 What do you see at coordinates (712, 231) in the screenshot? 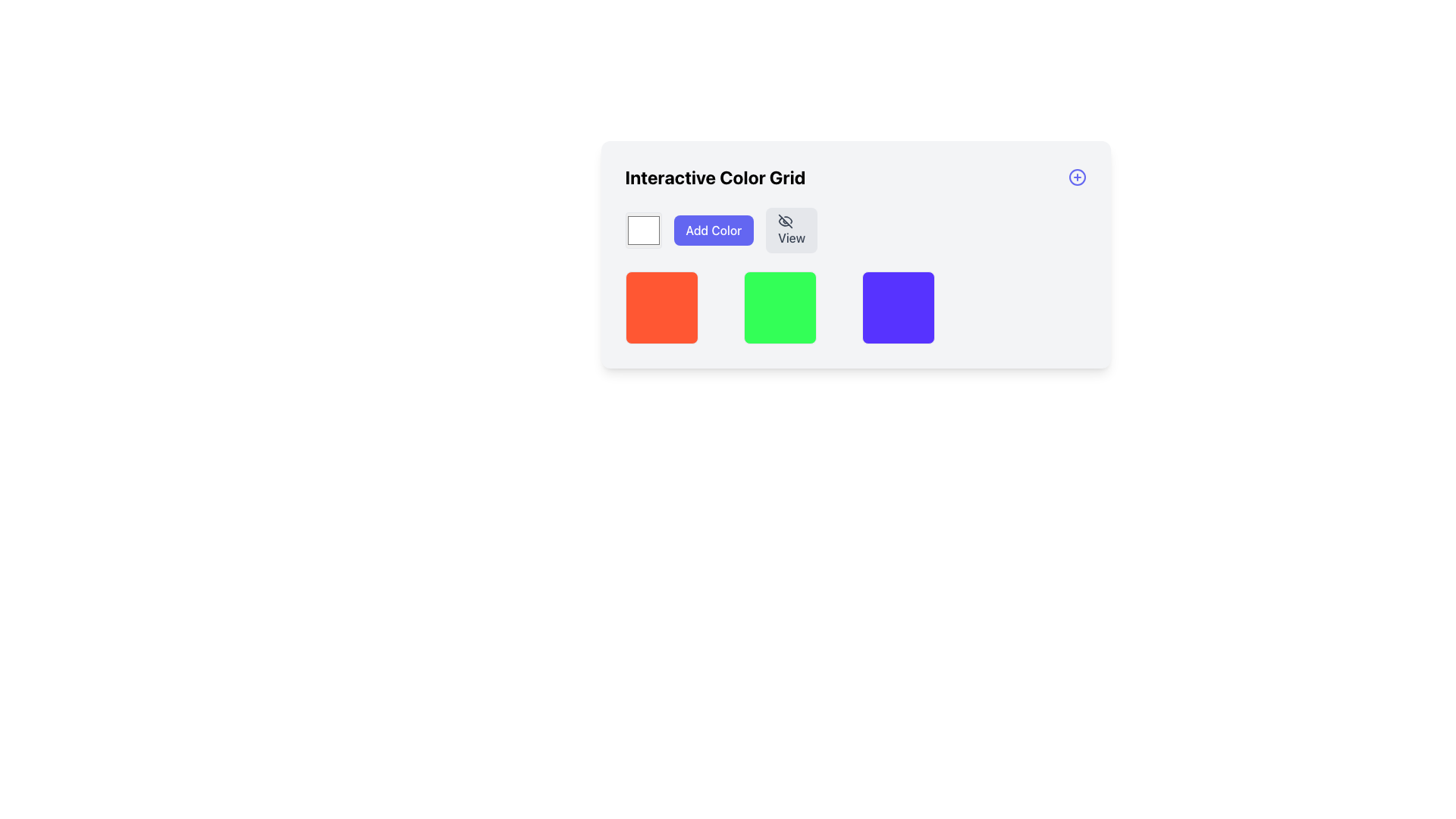
I see `the 'Add Color' button, which is a rectangular button with a blue background and white text` at bounding box center [712, 231].